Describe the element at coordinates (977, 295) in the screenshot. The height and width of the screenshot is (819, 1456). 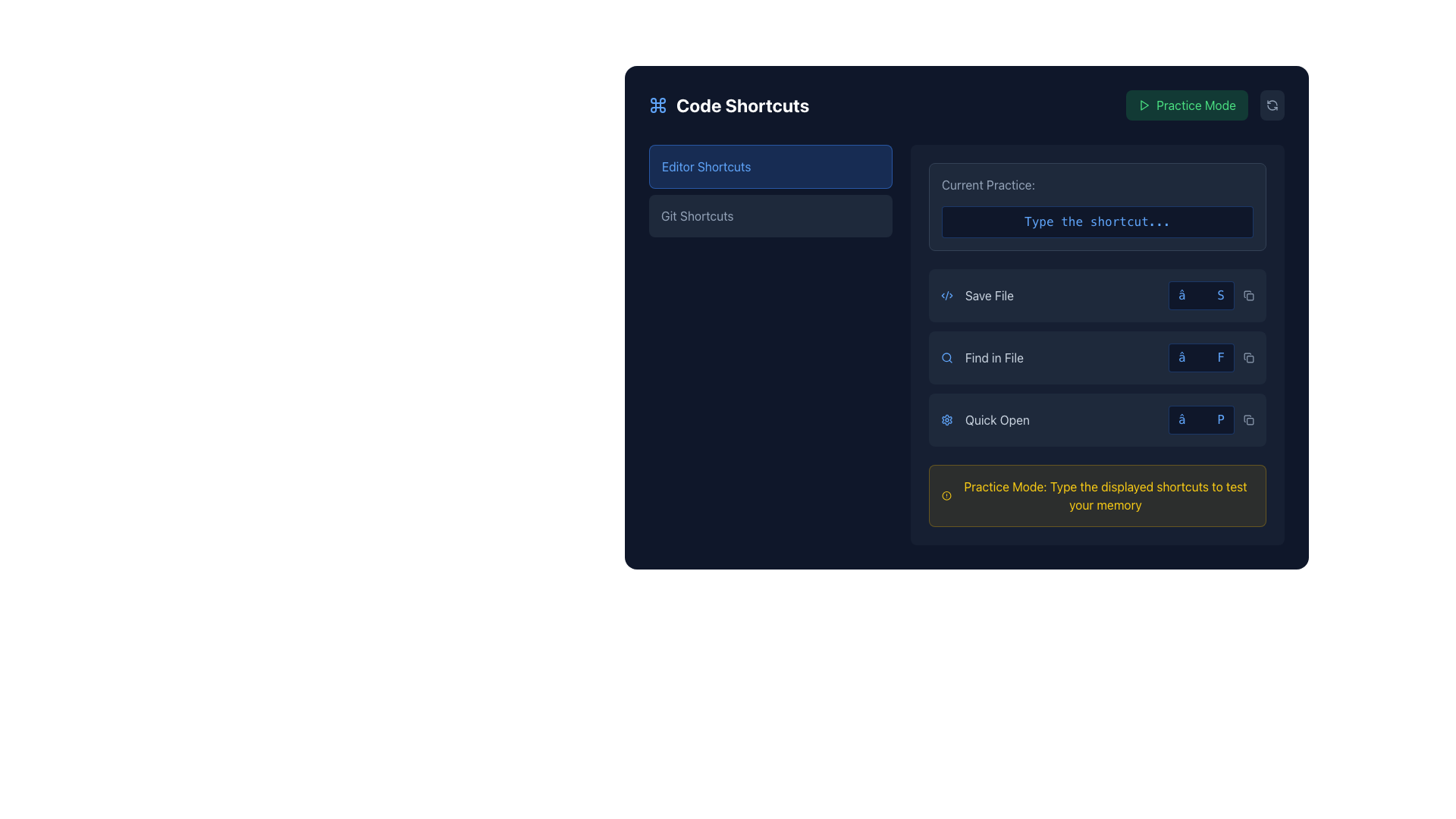
I see `the 'Save File' shortcut option represented by the Label with icon, located between 'Current Practice' and 'Find in File'` at that location.